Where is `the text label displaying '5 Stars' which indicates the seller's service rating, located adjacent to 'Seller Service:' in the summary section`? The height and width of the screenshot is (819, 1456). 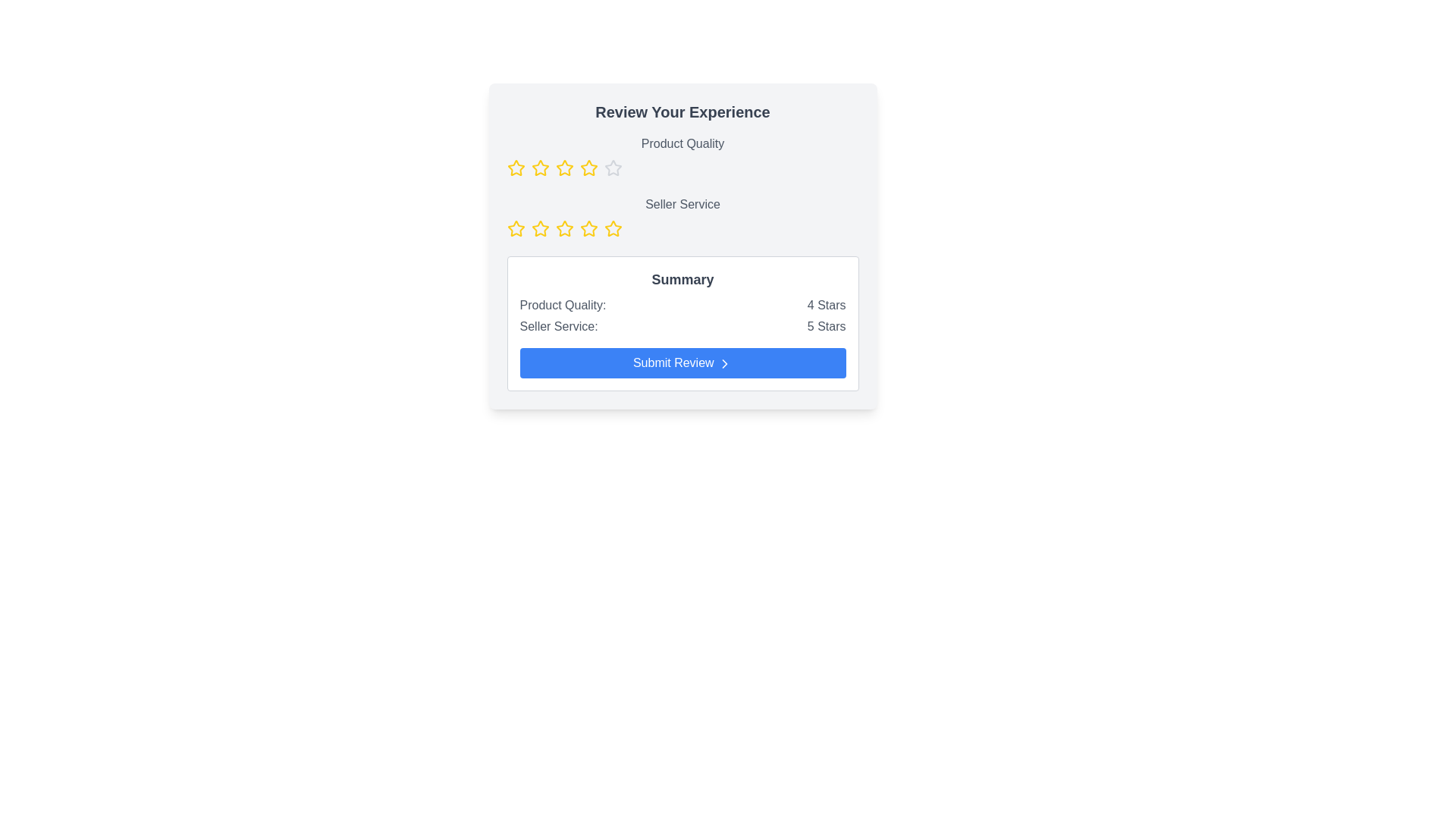 the text label displaying '5 Stars' which indicates the seller's service rating, located adjacent to 'Seller Service:' in the summary section is located at coordinates (826, 326).